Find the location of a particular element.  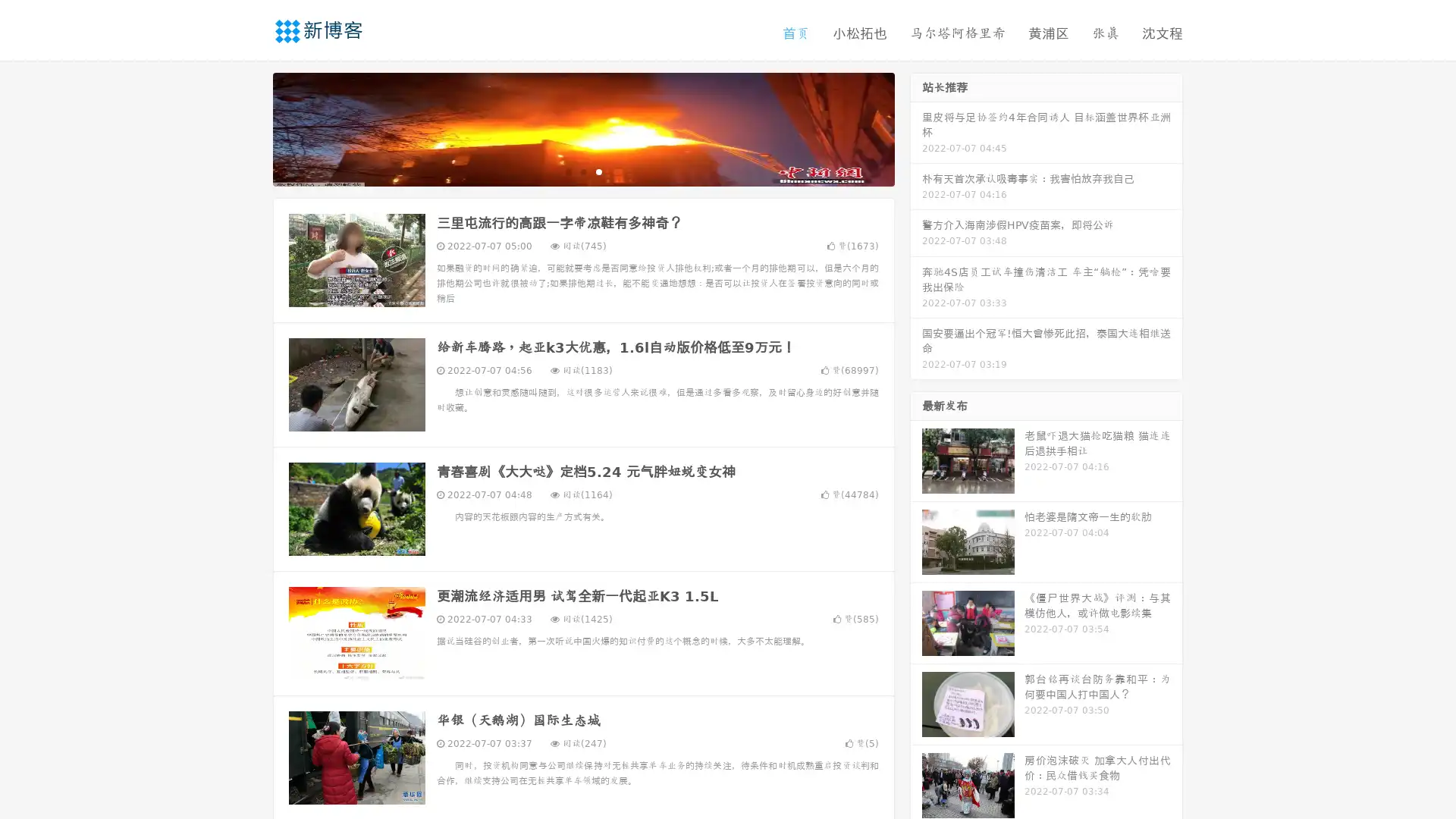

Previous slide is located at coordinates (250, 127).